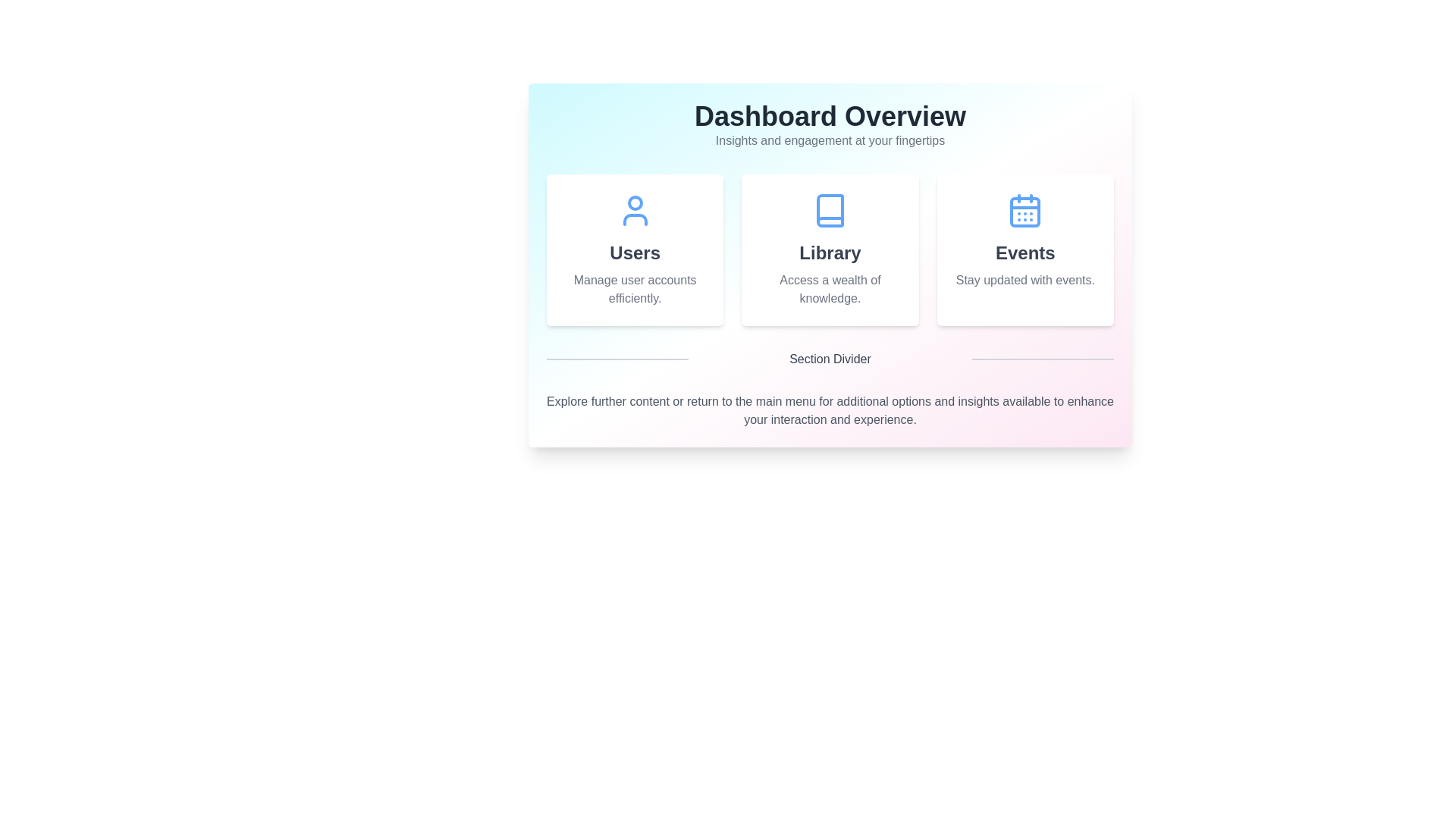 Image resolution: width=1456 pixels, height=819 pixels. Describe the element at coordinates (829, 249) in the screenshot. I see `the grid panels located centrally under the heading 'Dashboard Overview'` at that location.